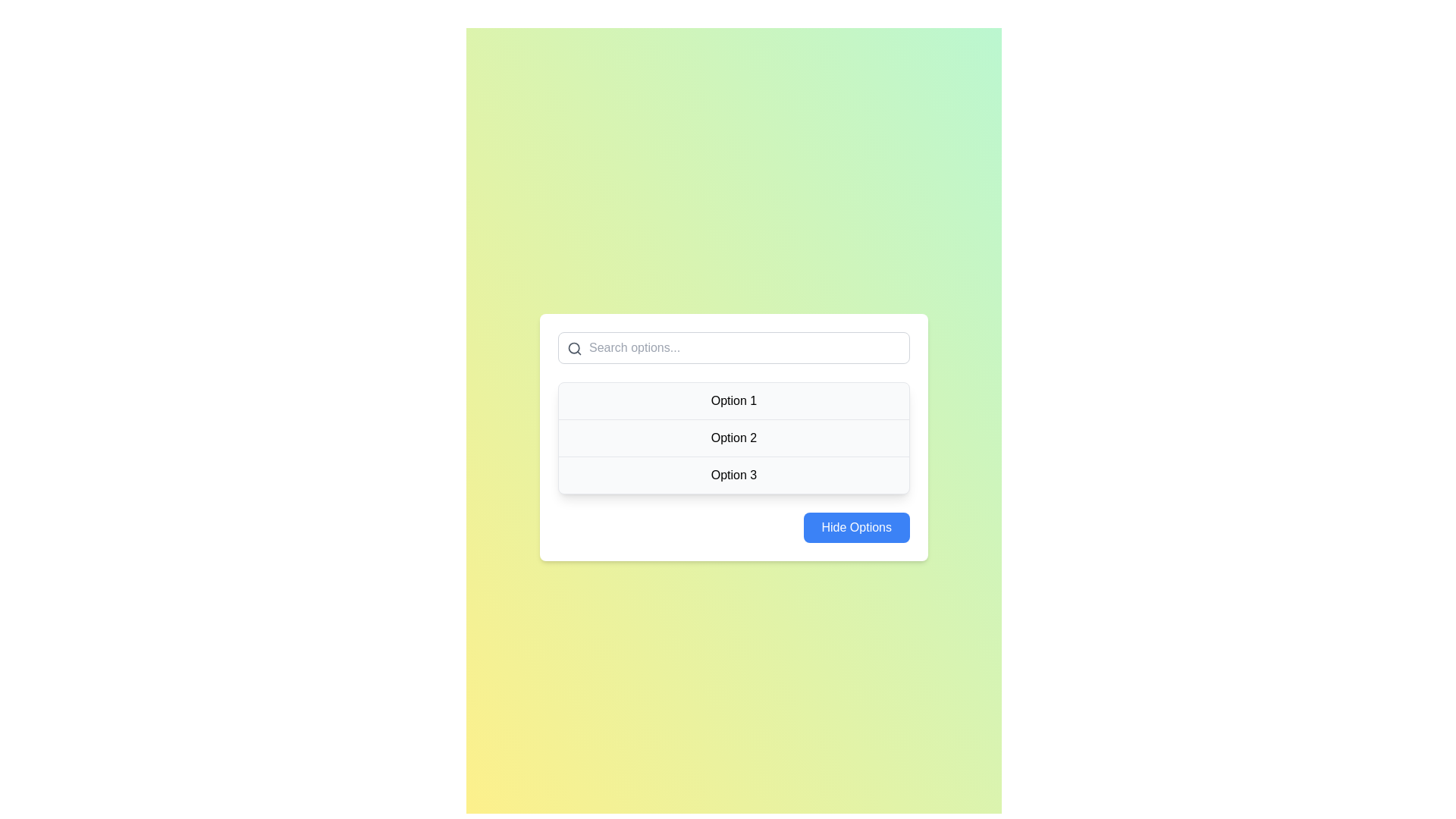 This screenshot has width=1456, height=819. What do you see at coordinates (734, 438) in the screenshot?
I see `the selectable list item labeled 'Option 2'` at bounding box center [734, 438].